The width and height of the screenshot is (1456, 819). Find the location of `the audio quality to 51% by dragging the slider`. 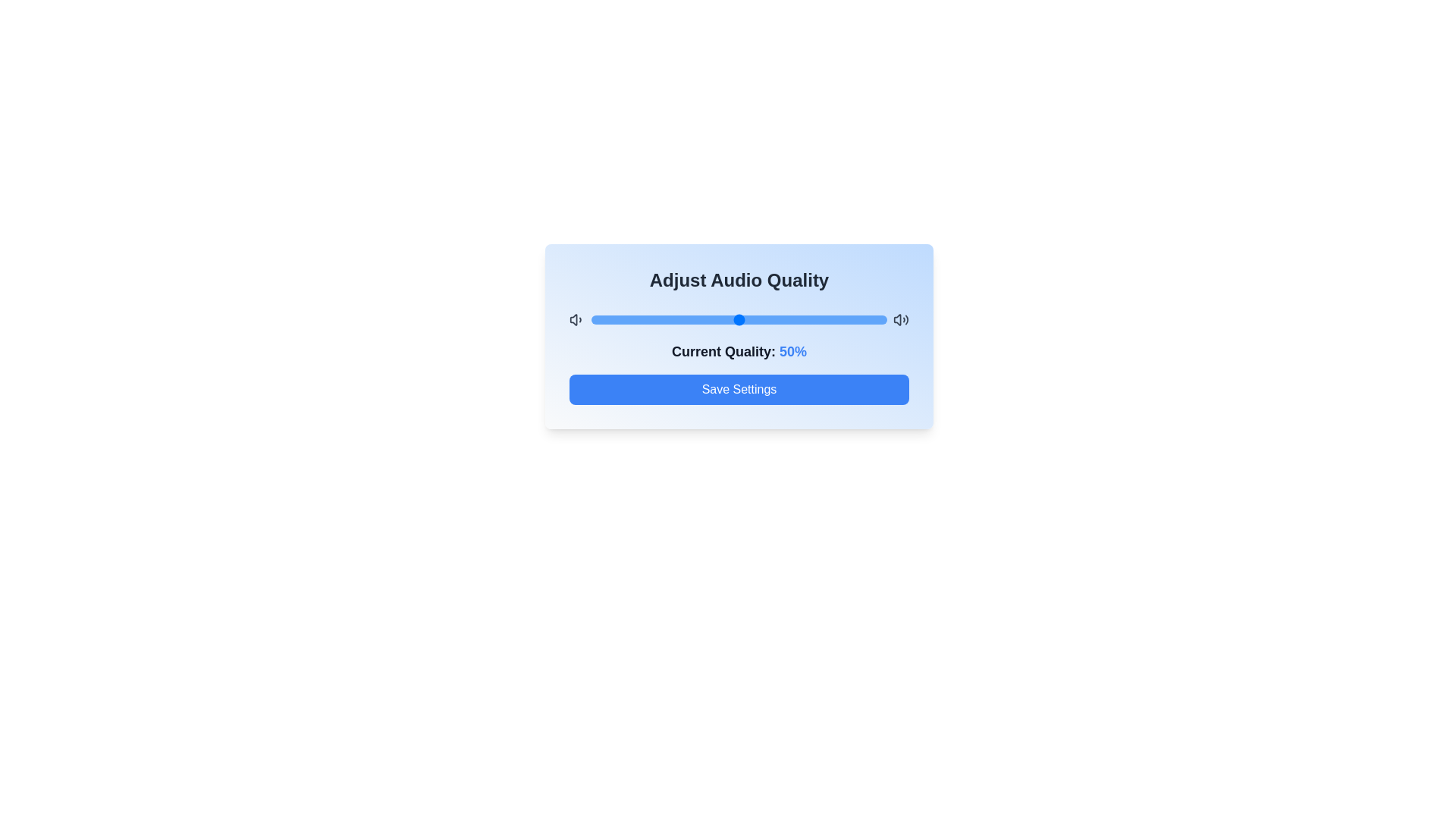

the audio quality to 51% by dragging the slider is located at coordinates (742, 318).